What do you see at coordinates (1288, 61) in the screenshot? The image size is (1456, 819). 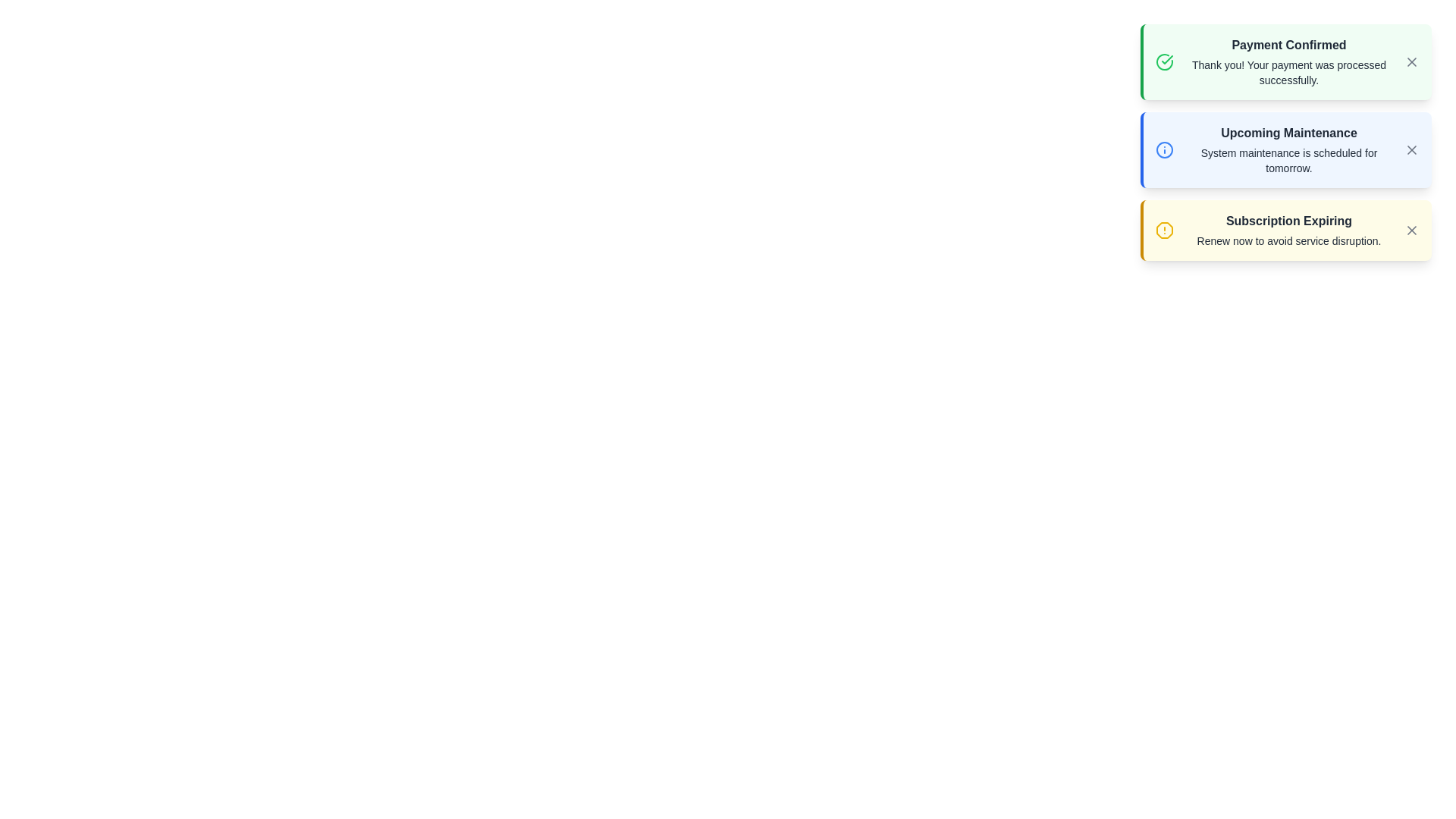 I see `the content of the notification titled Payment Confirmed` at bounding box center [1288, 61].